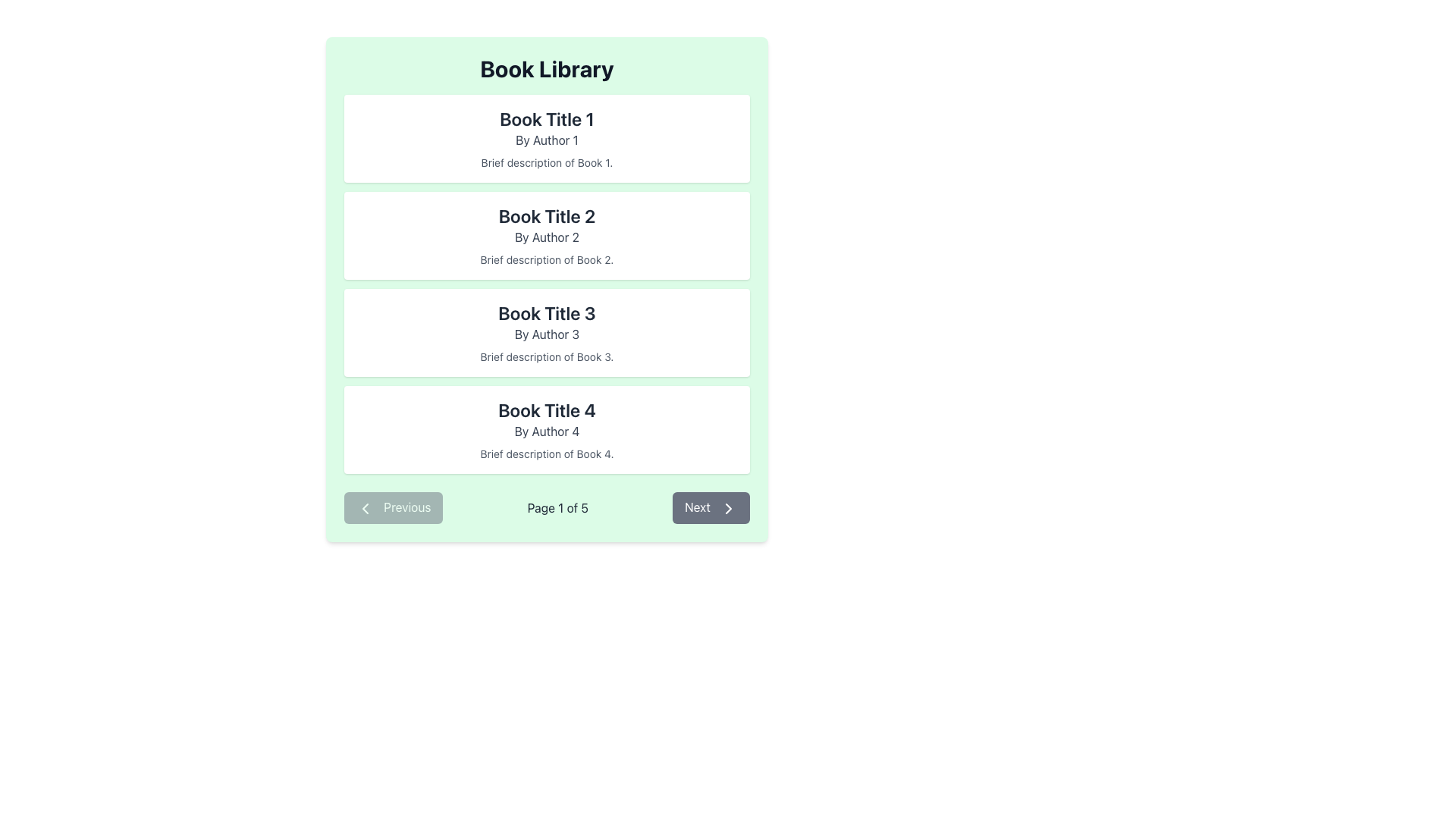  Describe the element at coordinates (546, 453) in the screenshot. I see `the Text Label element that displays 'Brief description of Book 4.' which is located below 'By Author 4.'` at that location.